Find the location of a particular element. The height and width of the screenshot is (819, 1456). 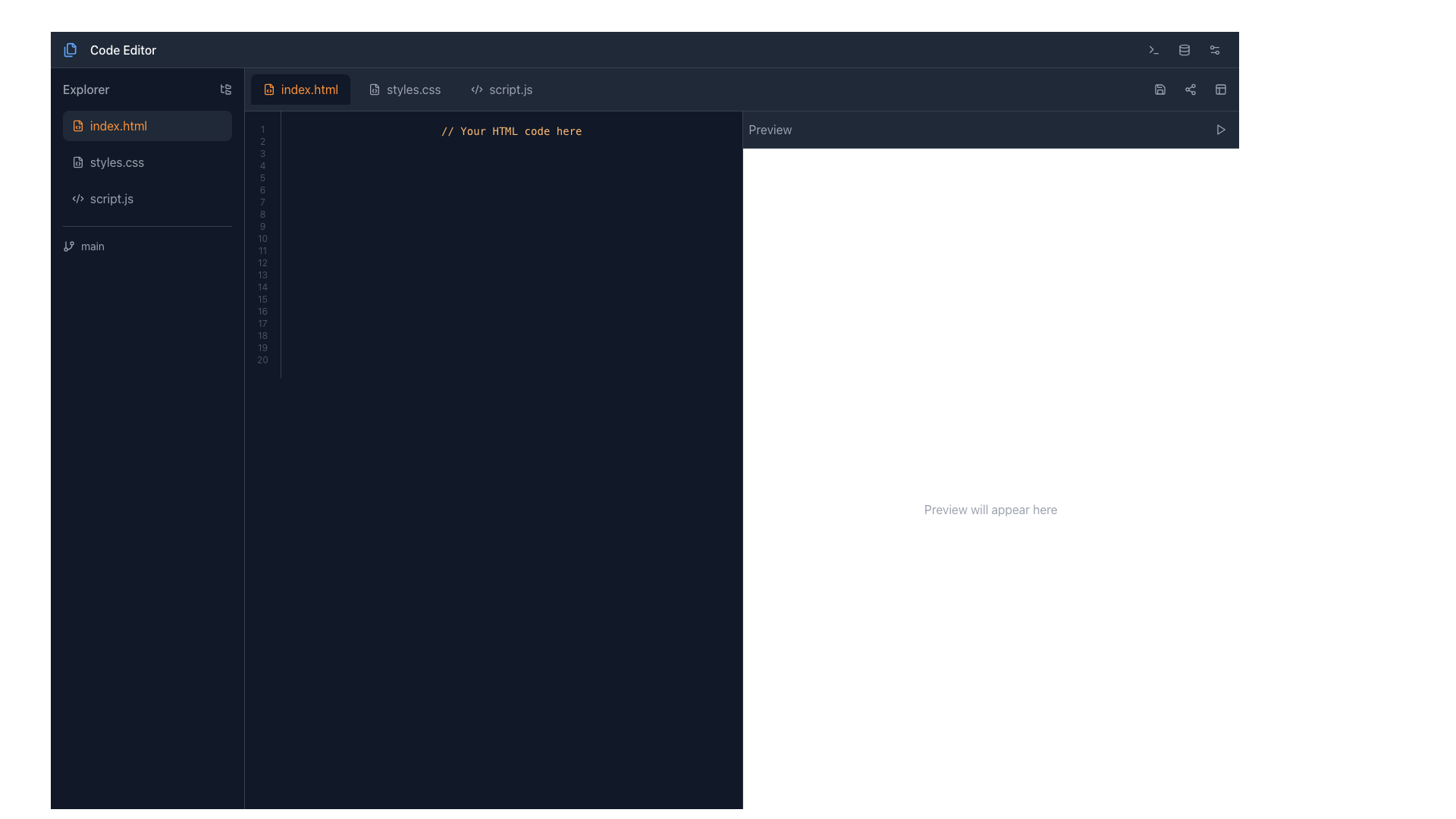

the share Icon button located in the top-right corner of the interface, which is the second icon in a group of three is located at coordinates (1189, 89).